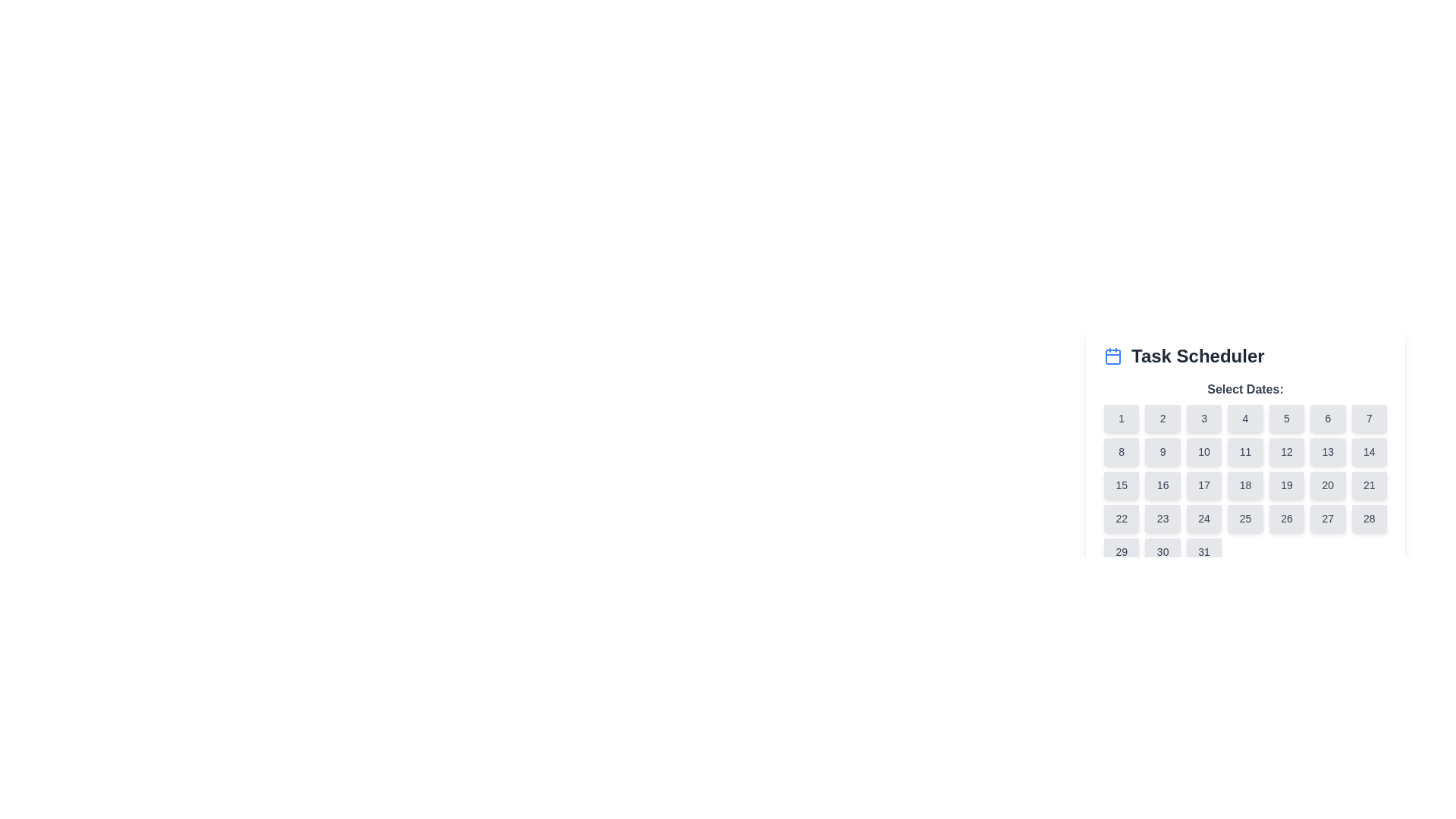 The image size is (1456, 819). What do you see at coordinates (1162, 517) in the screenshot?
I see `the selectable day button` at bounding box center [1162, 517].